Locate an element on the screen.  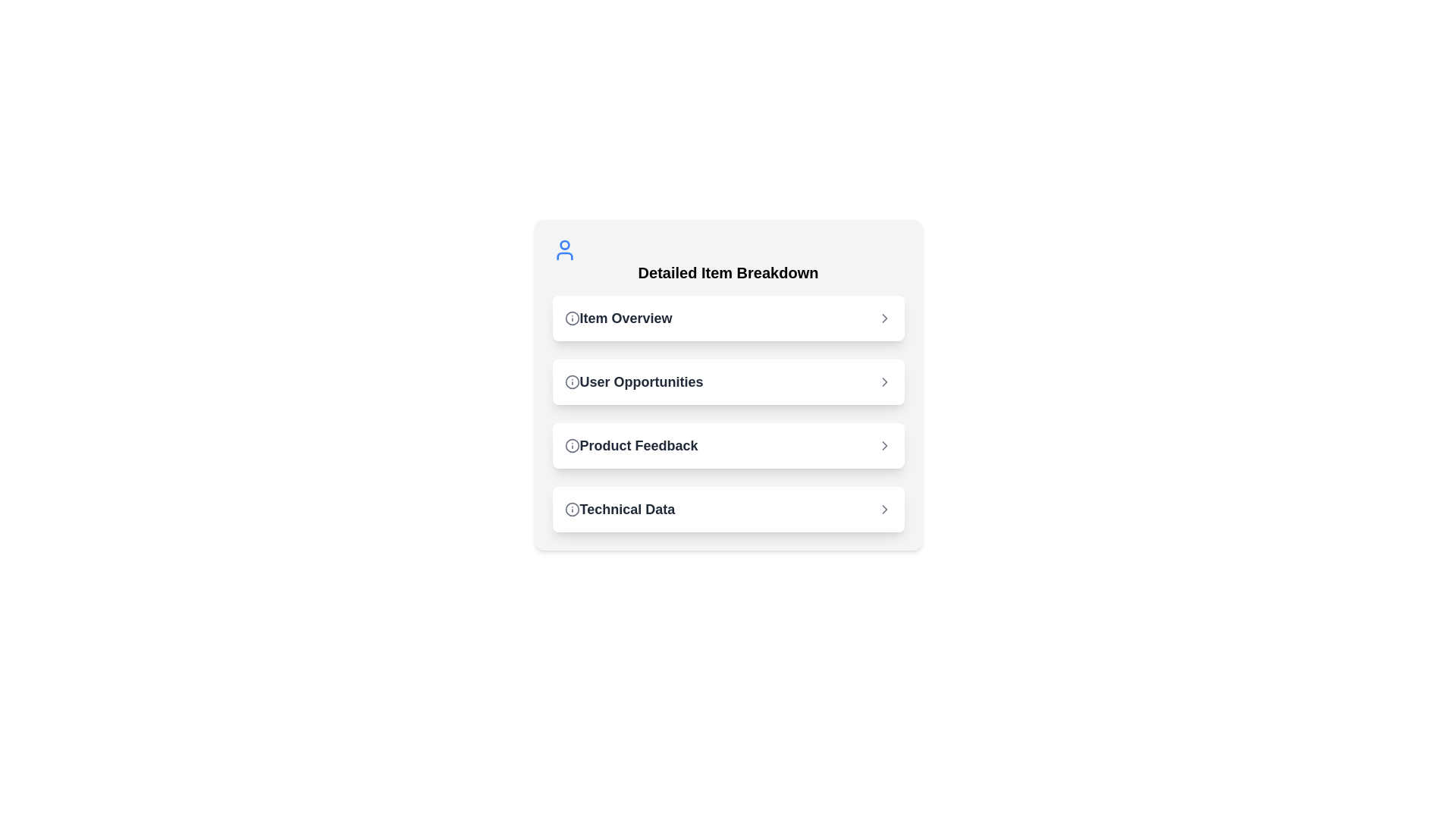
the right-pointing chevron icon, which has a minimalist outlined design and is located to the far right of the 'Product Feedback' label, to trigger a tooltip or visual highlight is located at coordinates (884, 444).